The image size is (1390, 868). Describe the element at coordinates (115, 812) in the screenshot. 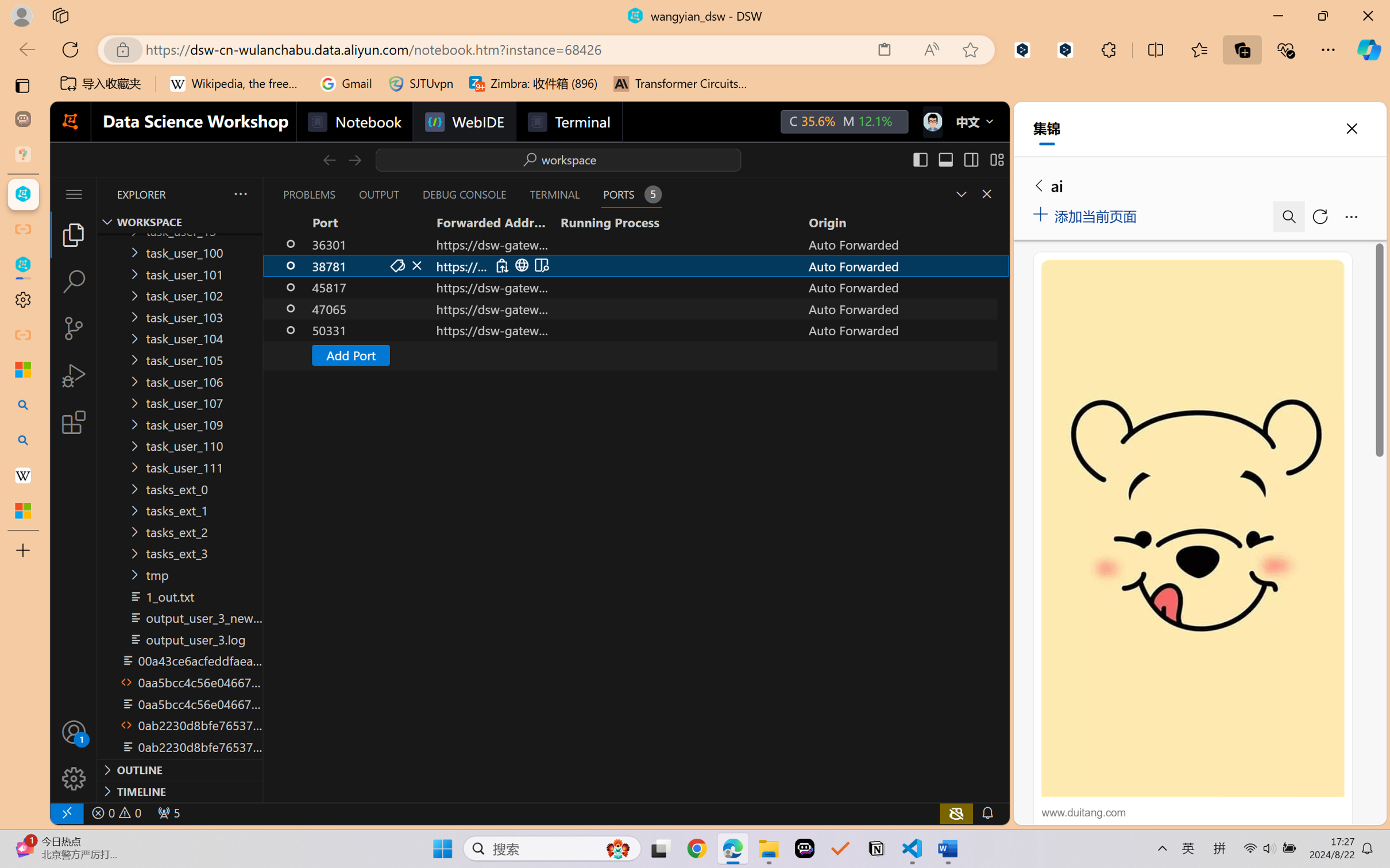

I see `'No Problems'` at that location.